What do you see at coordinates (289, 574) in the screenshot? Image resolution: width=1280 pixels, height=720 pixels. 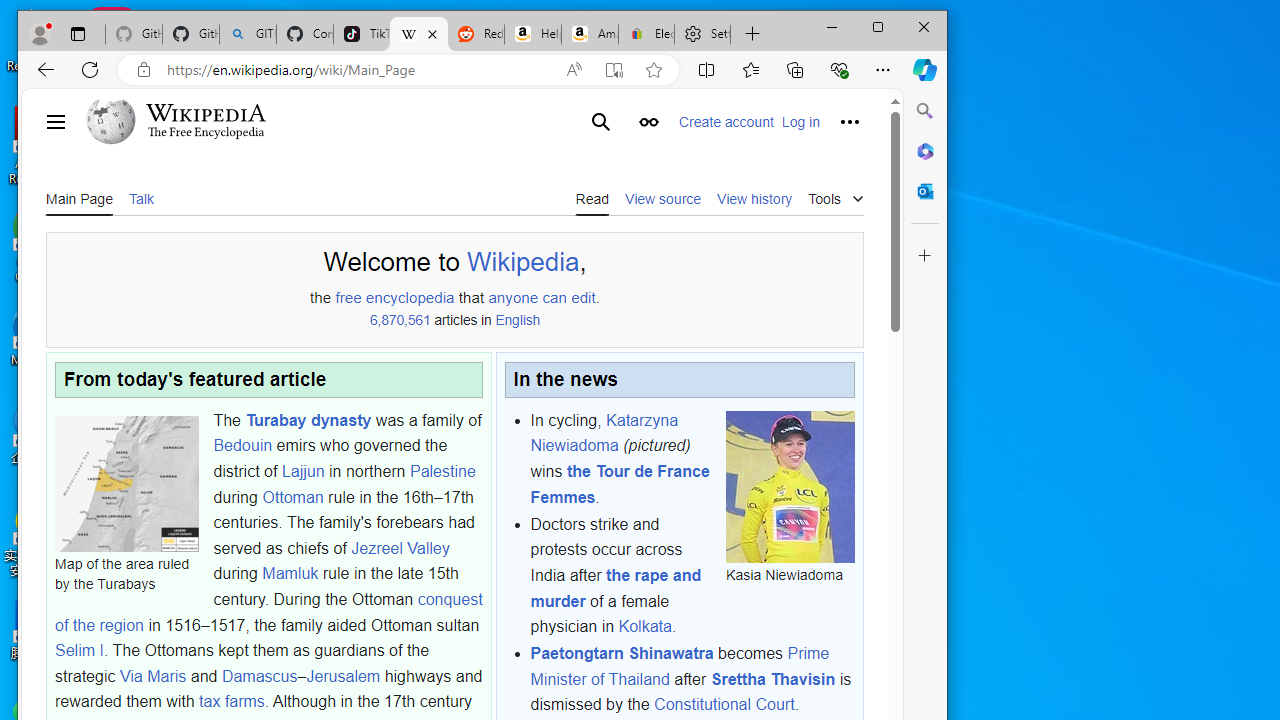 I see `'Mamluk'` at bounding box center [289, 574].